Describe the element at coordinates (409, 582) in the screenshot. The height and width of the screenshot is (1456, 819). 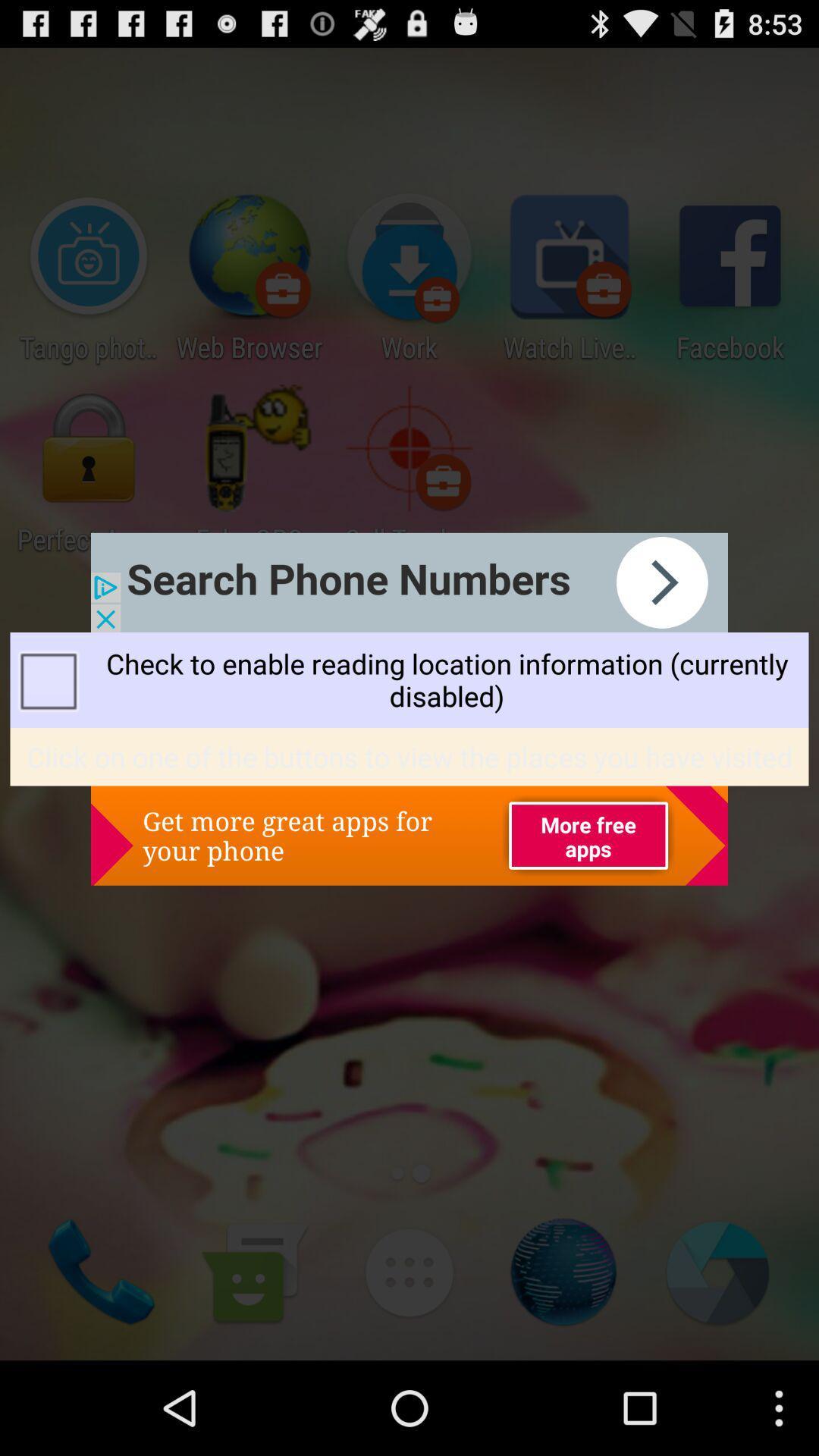
I see `search numbers` at that location.